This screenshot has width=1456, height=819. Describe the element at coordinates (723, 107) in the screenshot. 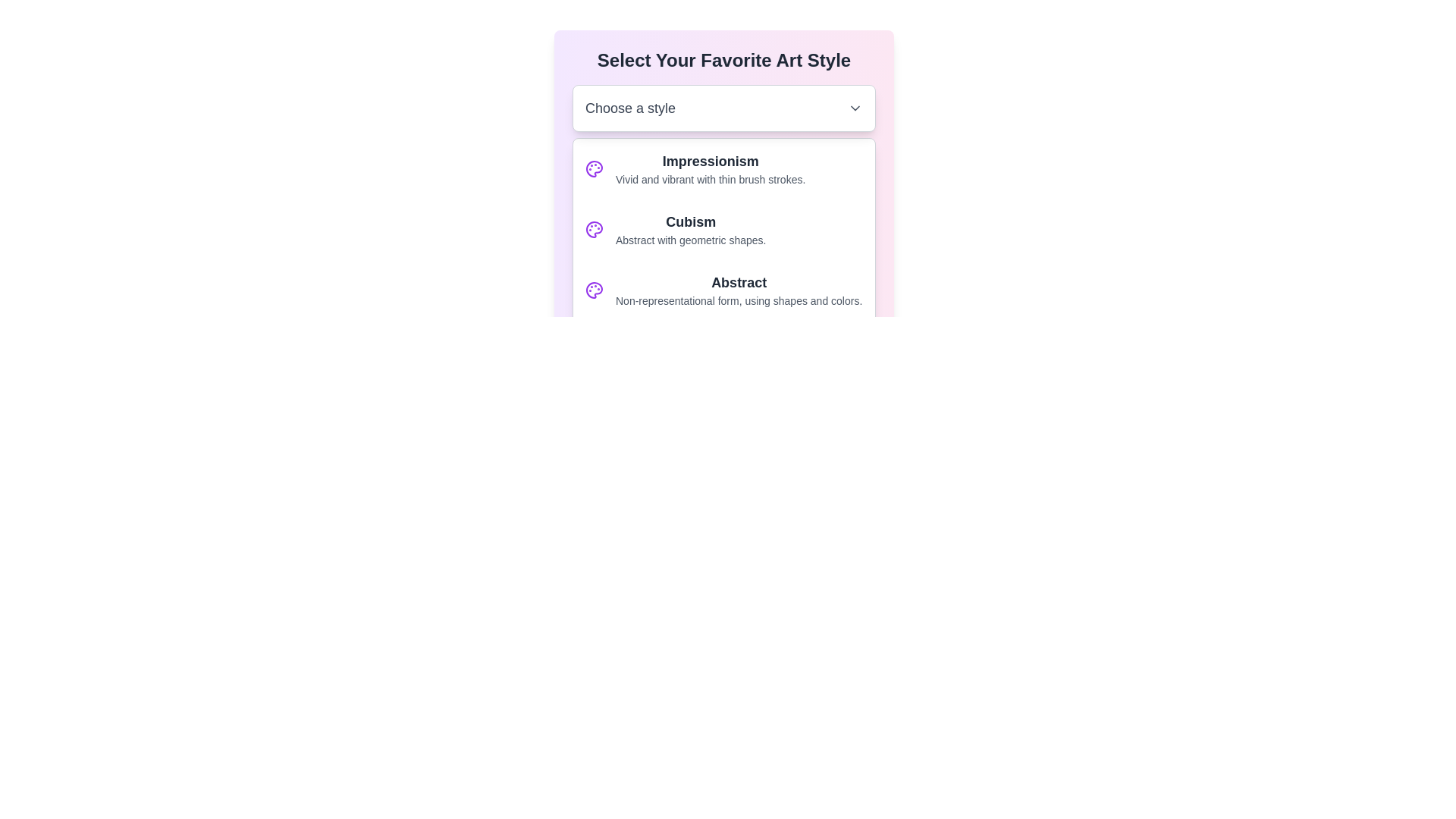

I see `the dropdown menu labeled 'Choose a style'` at that location.